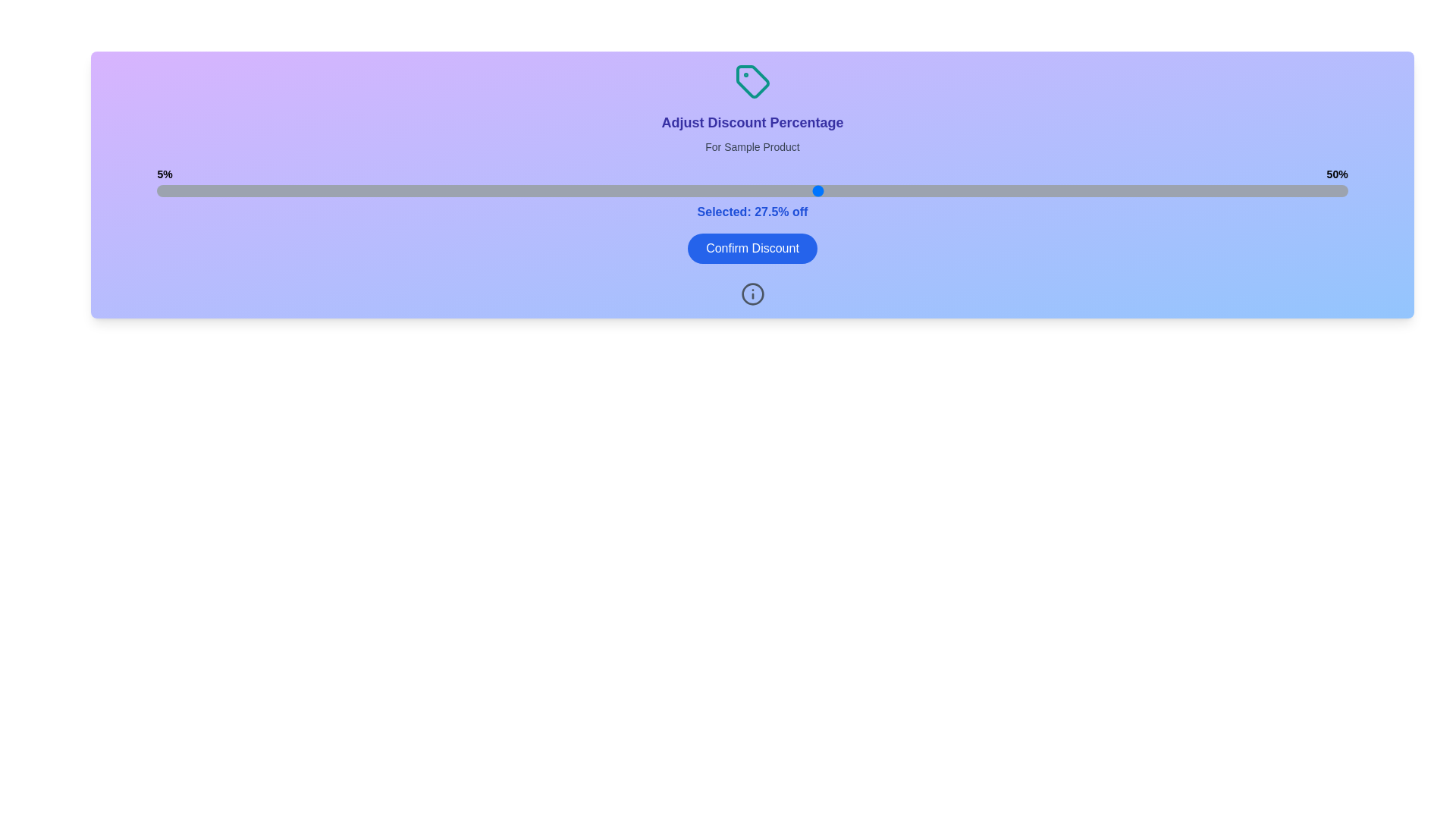  Describe the element at coordinates (752, 294) in the screenshot. I see `the informational or status indicator icon located near the bottom center of the visible area, just underneath the 'Confirm Discount' button` at that location.